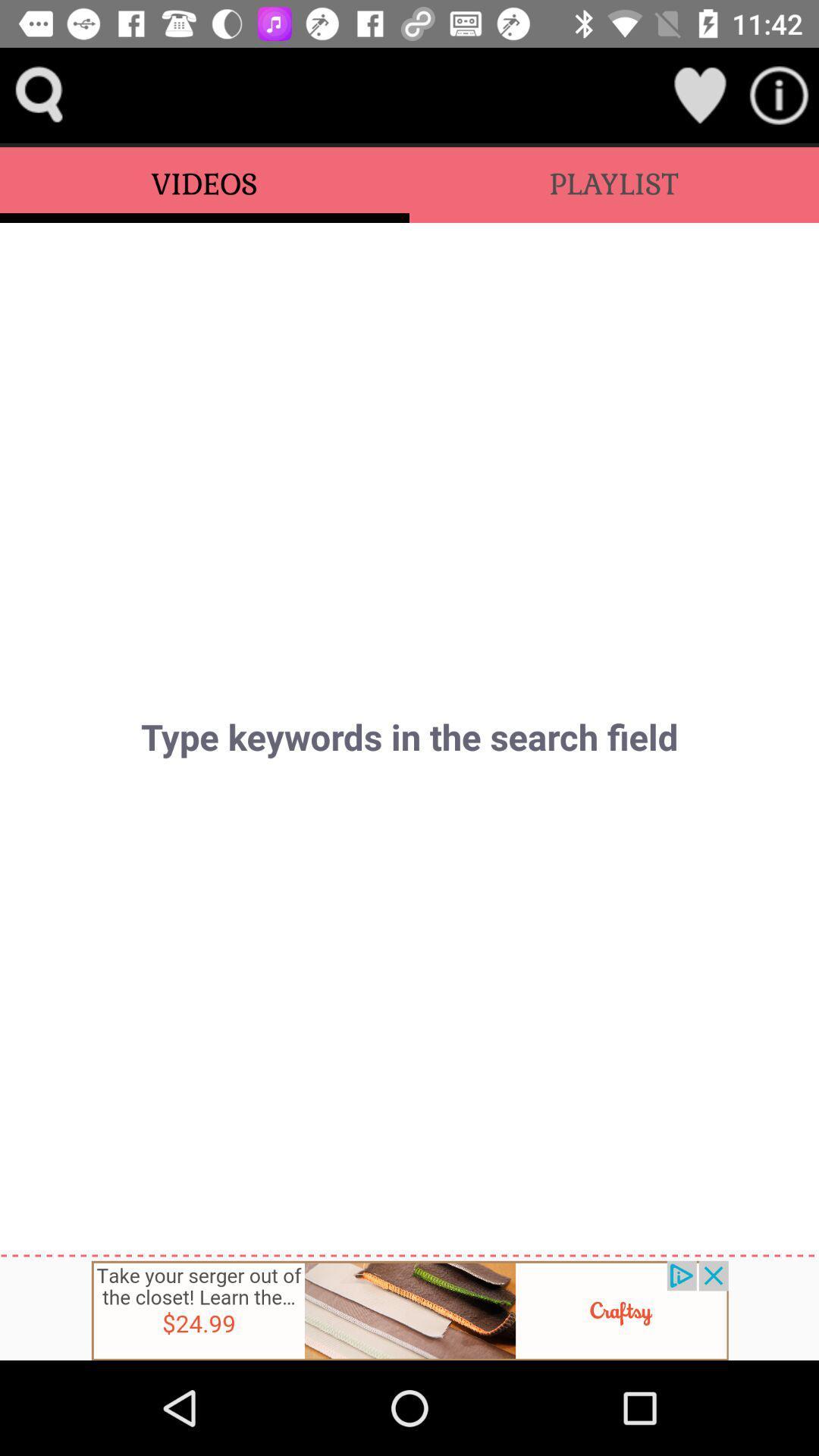 This screenshot has width=819, height=1456. I want to click on the warning button, so click(779, 94).